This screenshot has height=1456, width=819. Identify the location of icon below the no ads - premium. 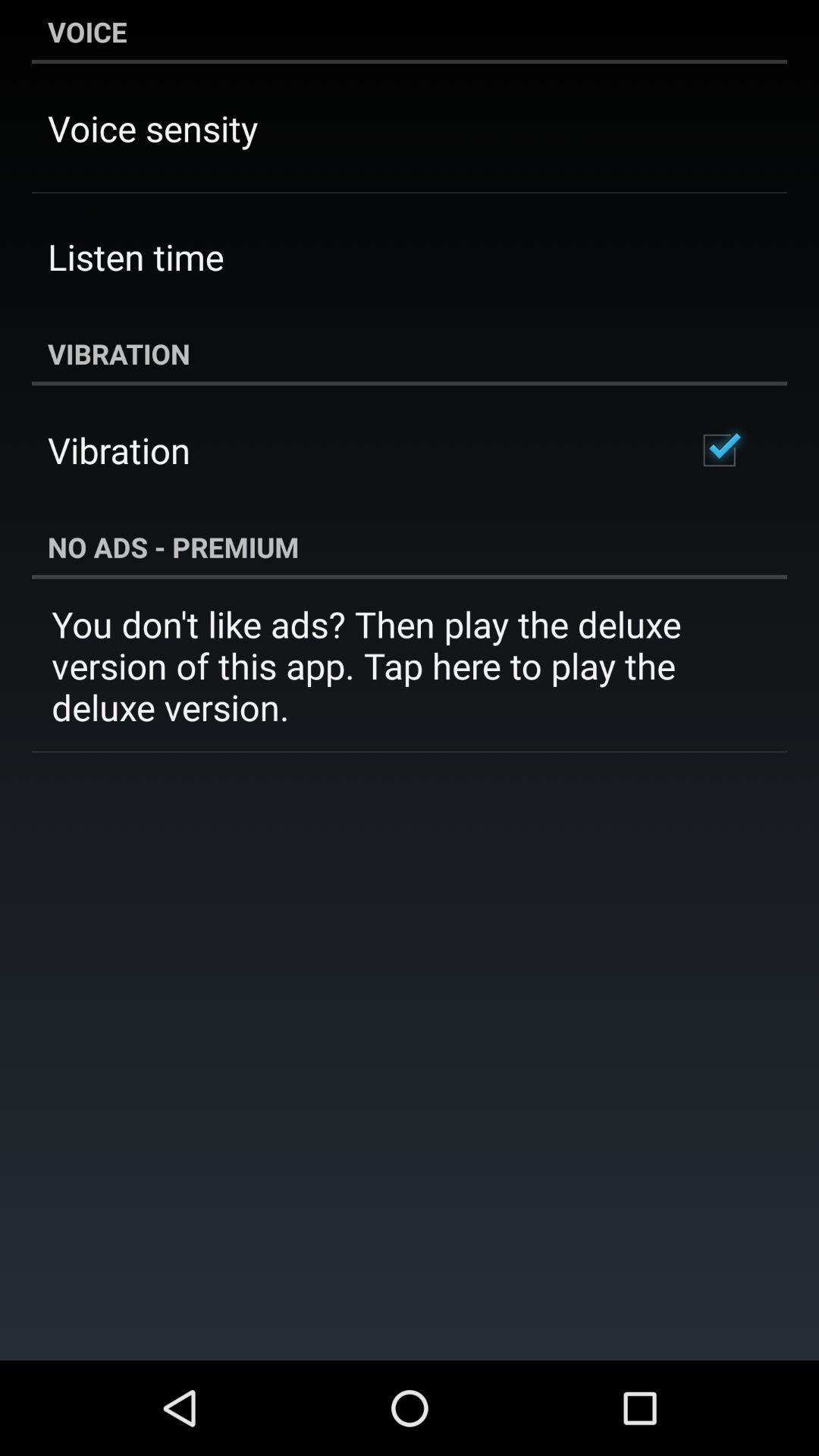
(409, 665).